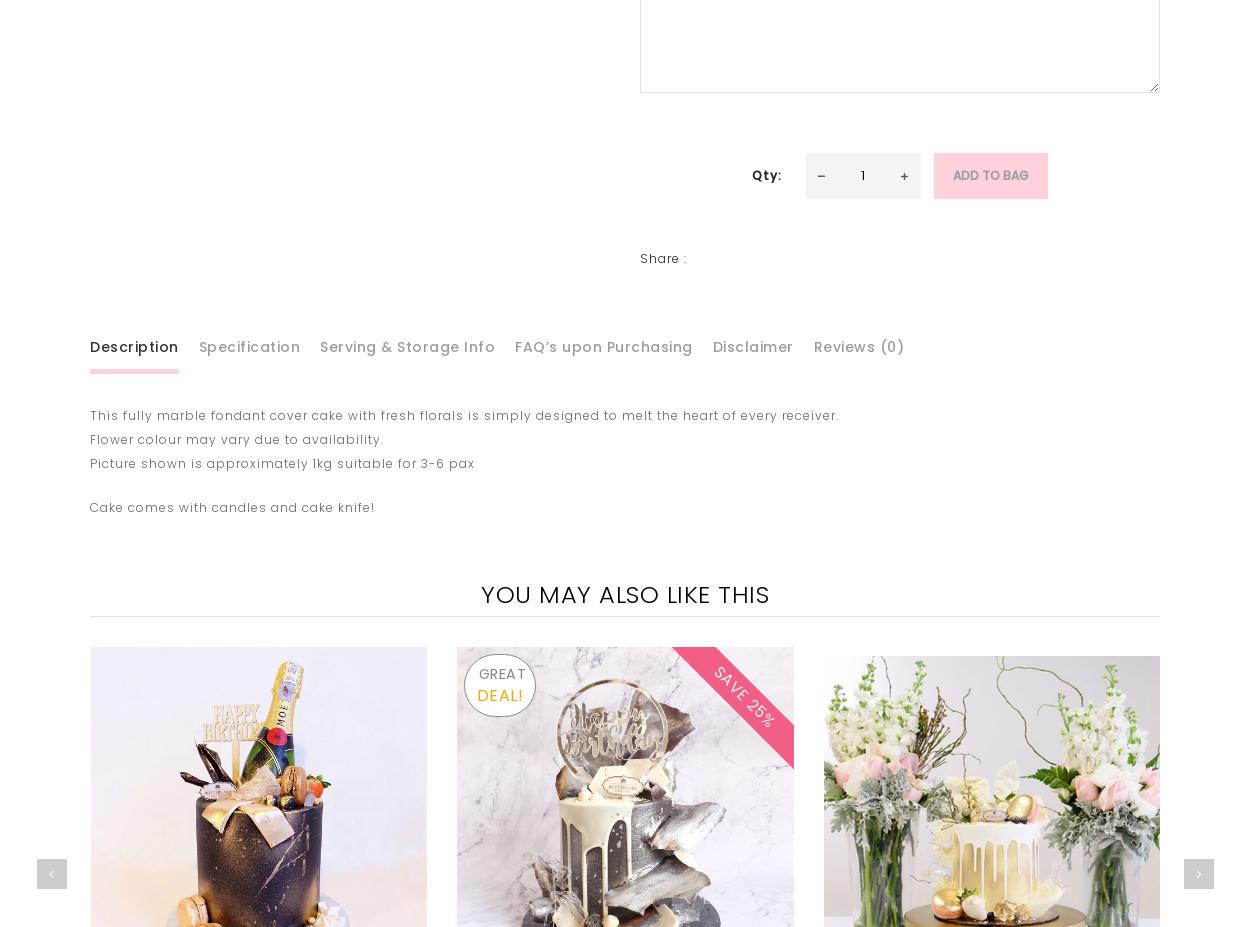  Describe the element at coordinates (407, 344) in the screenshot. I see `'Serving & Storage Info'` at that location.